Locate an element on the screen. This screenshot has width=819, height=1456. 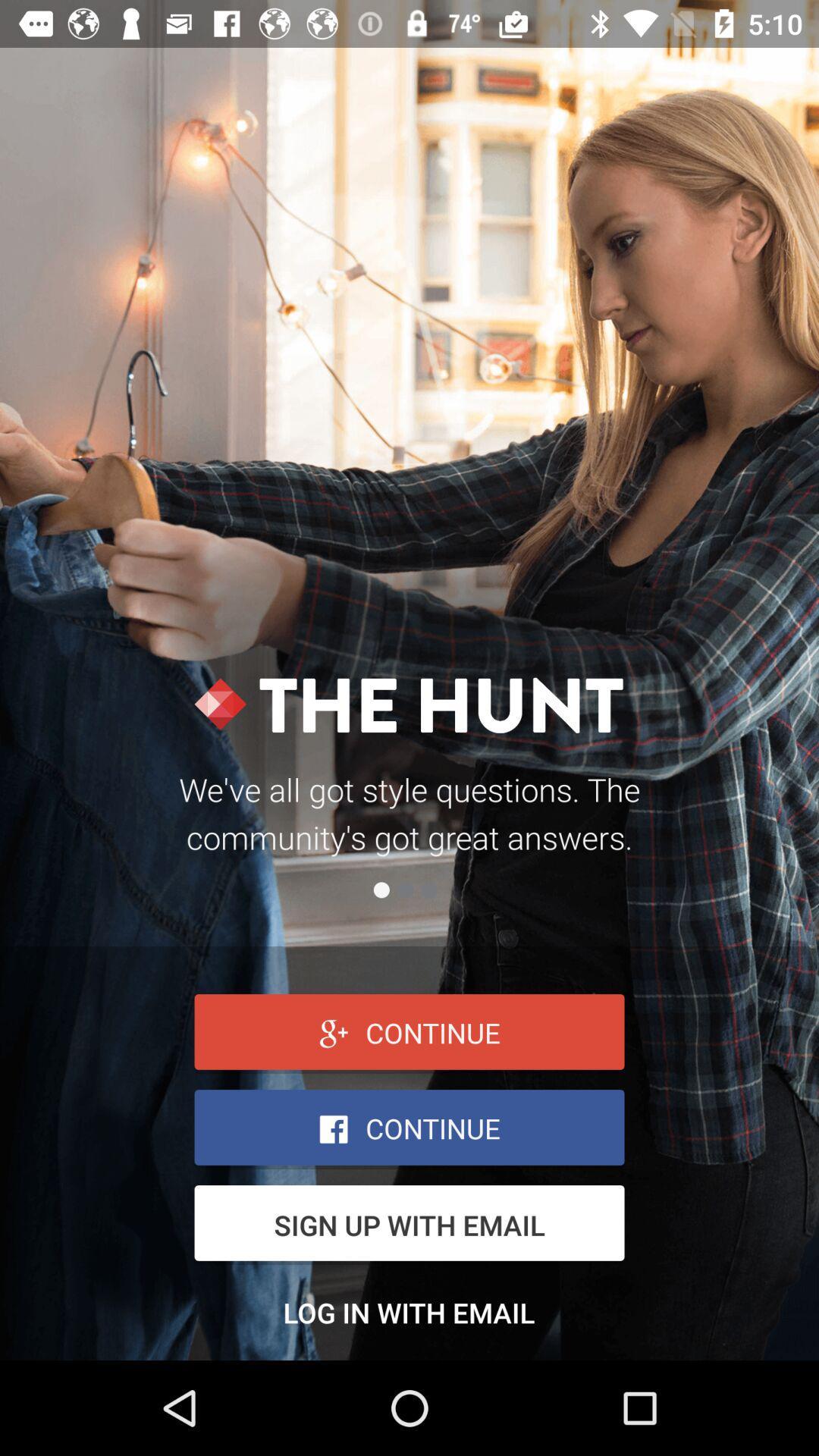
continue with google+ is located at coordinates (409, 1033).